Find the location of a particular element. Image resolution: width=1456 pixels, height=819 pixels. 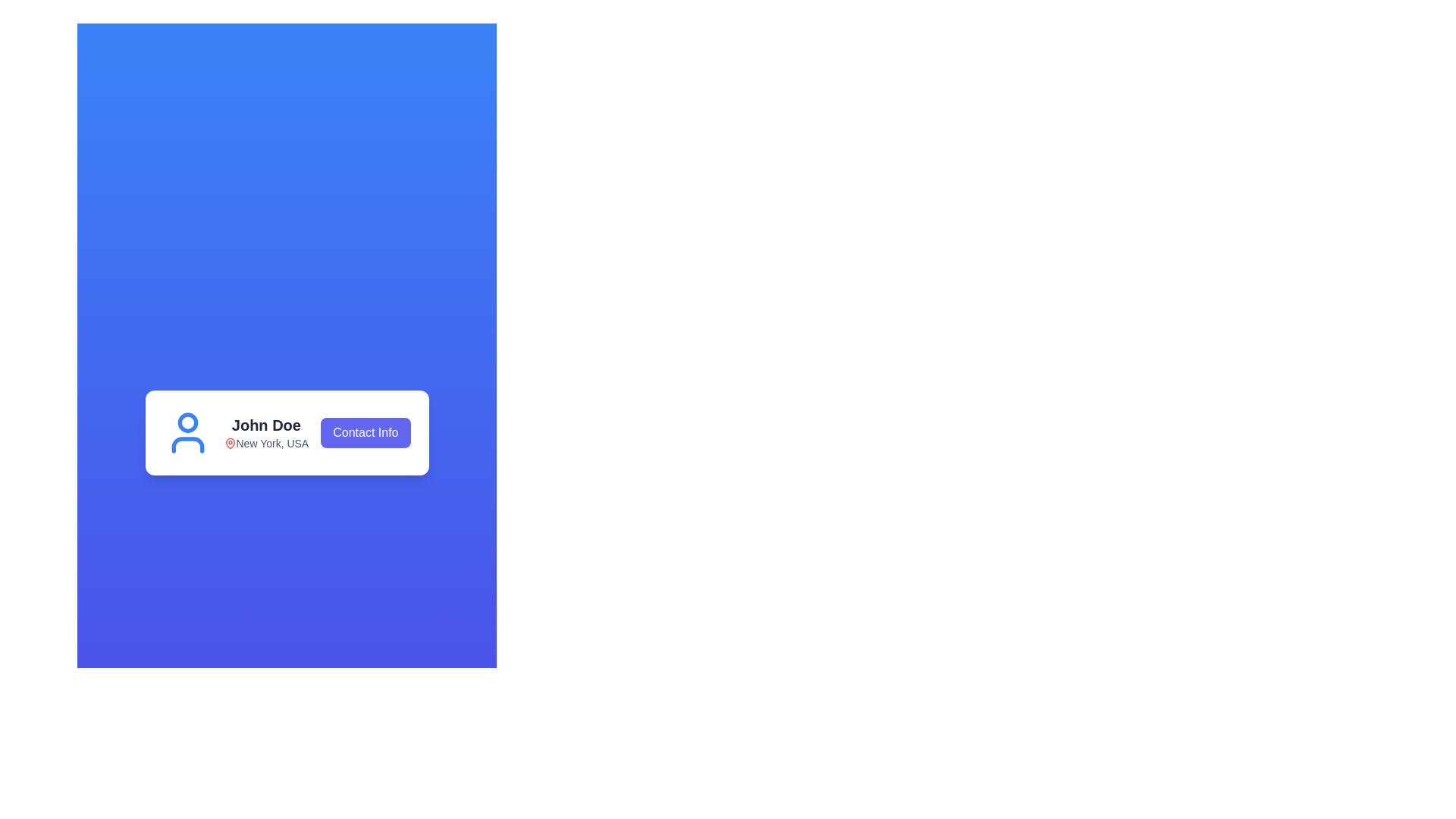

the 'Contact Info' button located to the right of the textual information 'John Doe' and 'New York, USA' to observe hover effects is located at coordinates (366, 432).